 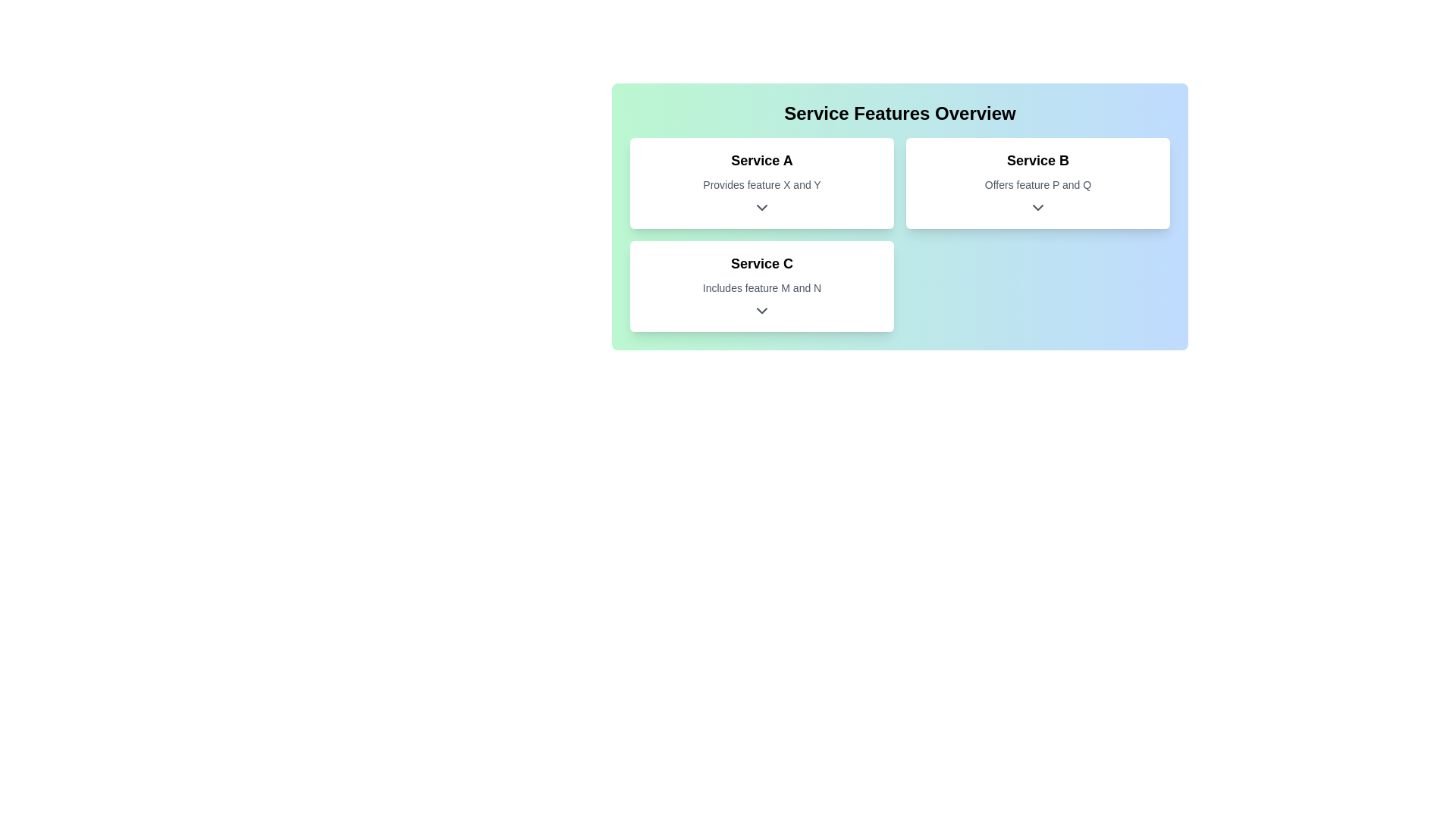 What do you see at coordinates (1037, 161) in the screenshot?
I see `the bold text label displaying 'Service B'` at bounding box center [1037, 161].